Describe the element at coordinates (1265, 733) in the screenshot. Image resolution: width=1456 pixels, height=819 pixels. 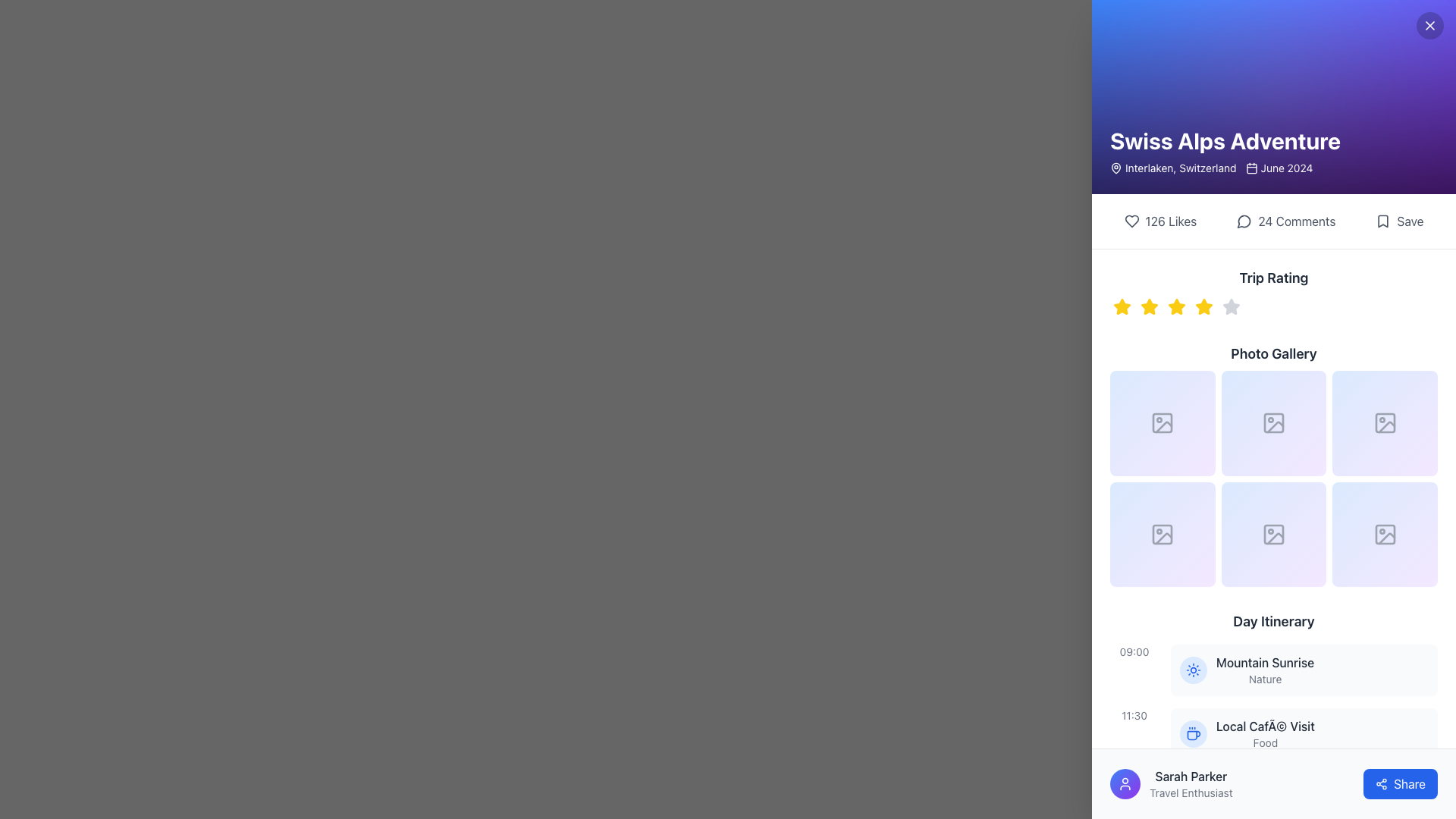
I see `the Text Display element that shows 'Local Café Visit' in a dark gray font with a second line 'Food' below it, located in the Day Itinerary section` at that location.